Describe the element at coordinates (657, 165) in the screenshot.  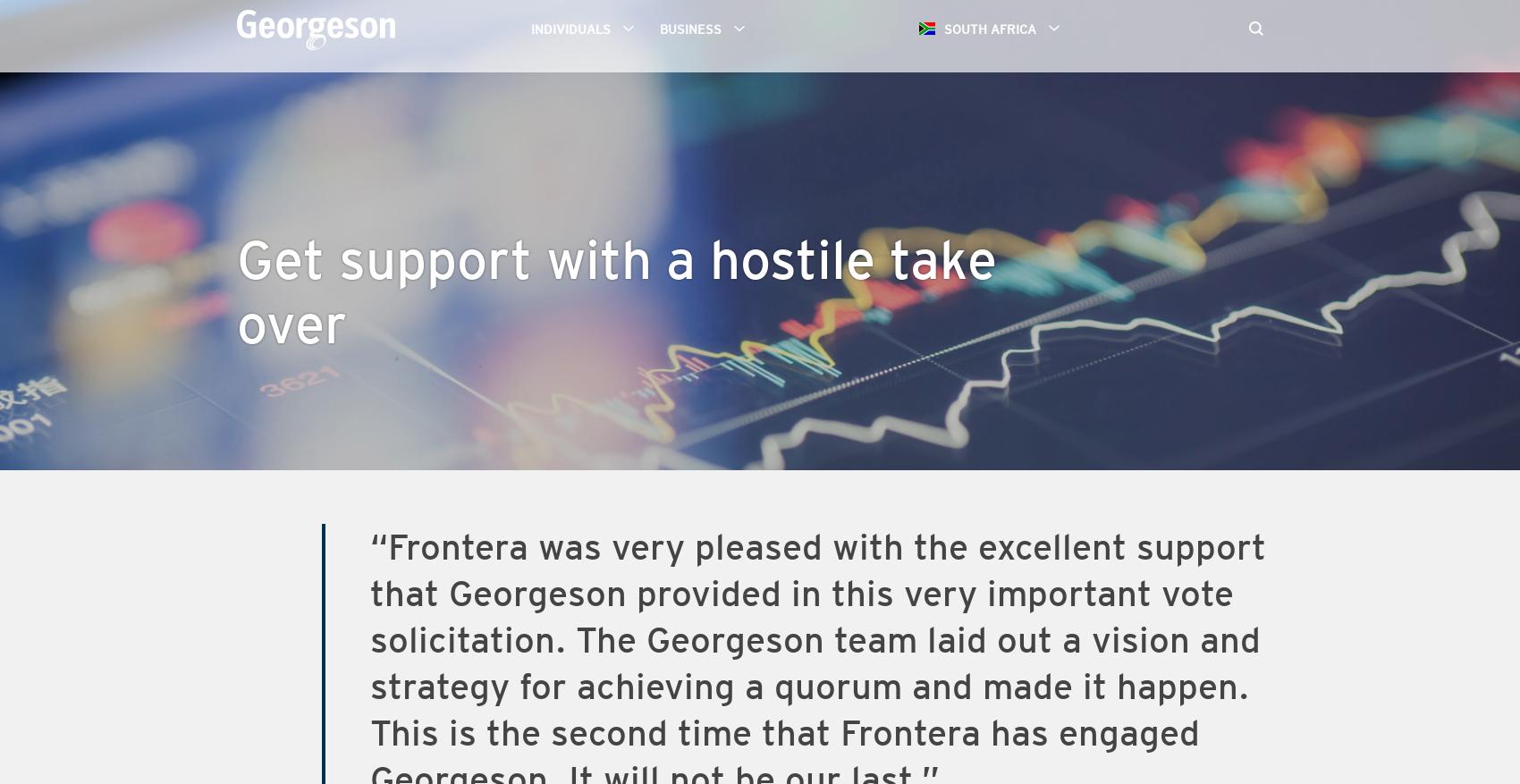
I see `'I am interested in a career at Georgeson'` at that location.